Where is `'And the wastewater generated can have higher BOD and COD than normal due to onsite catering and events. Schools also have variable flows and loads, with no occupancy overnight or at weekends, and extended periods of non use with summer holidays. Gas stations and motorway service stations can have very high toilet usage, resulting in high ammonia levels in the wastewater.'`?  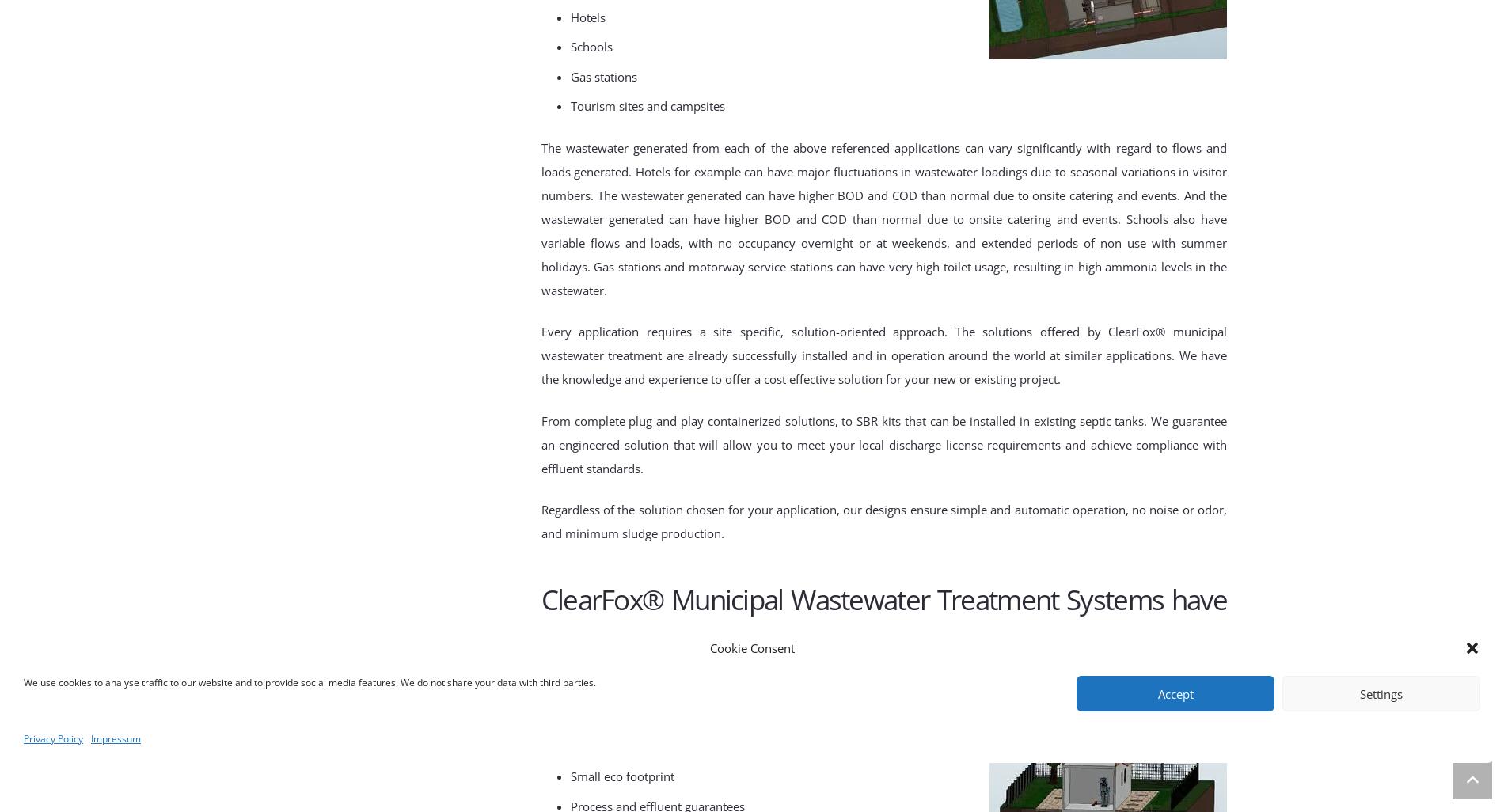 'And the wastewater generated can have higher BOD and COD than normal due to onsite catering and events. Schools also have variable flows and loads, with no occupancy overnight or at weekends, and extended periods of non use with summer holidays. Gas stations and motorway service stations can have very high toilet usage, resulting in high ammonia levels in the wastewater.' is located at coordinates (883, 241).